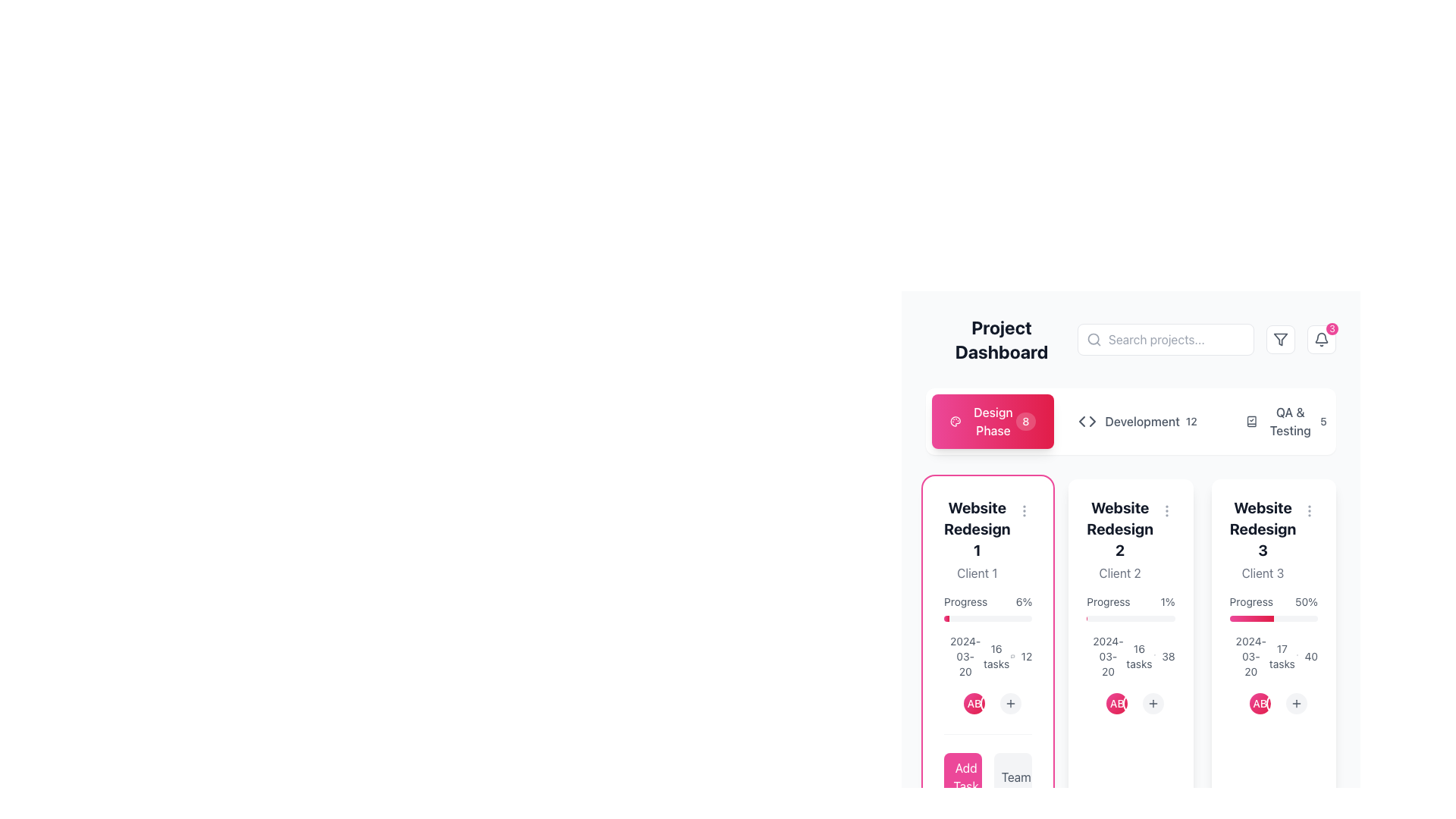 The width and height of the screenshot is (1456, 819). I want to click on the 'Design Phase' button, which is a rounded rectangular button with a gradient background and contains a palette icon, the text 'Design Phase', and a circular label with the number '8', so click(993, 421).